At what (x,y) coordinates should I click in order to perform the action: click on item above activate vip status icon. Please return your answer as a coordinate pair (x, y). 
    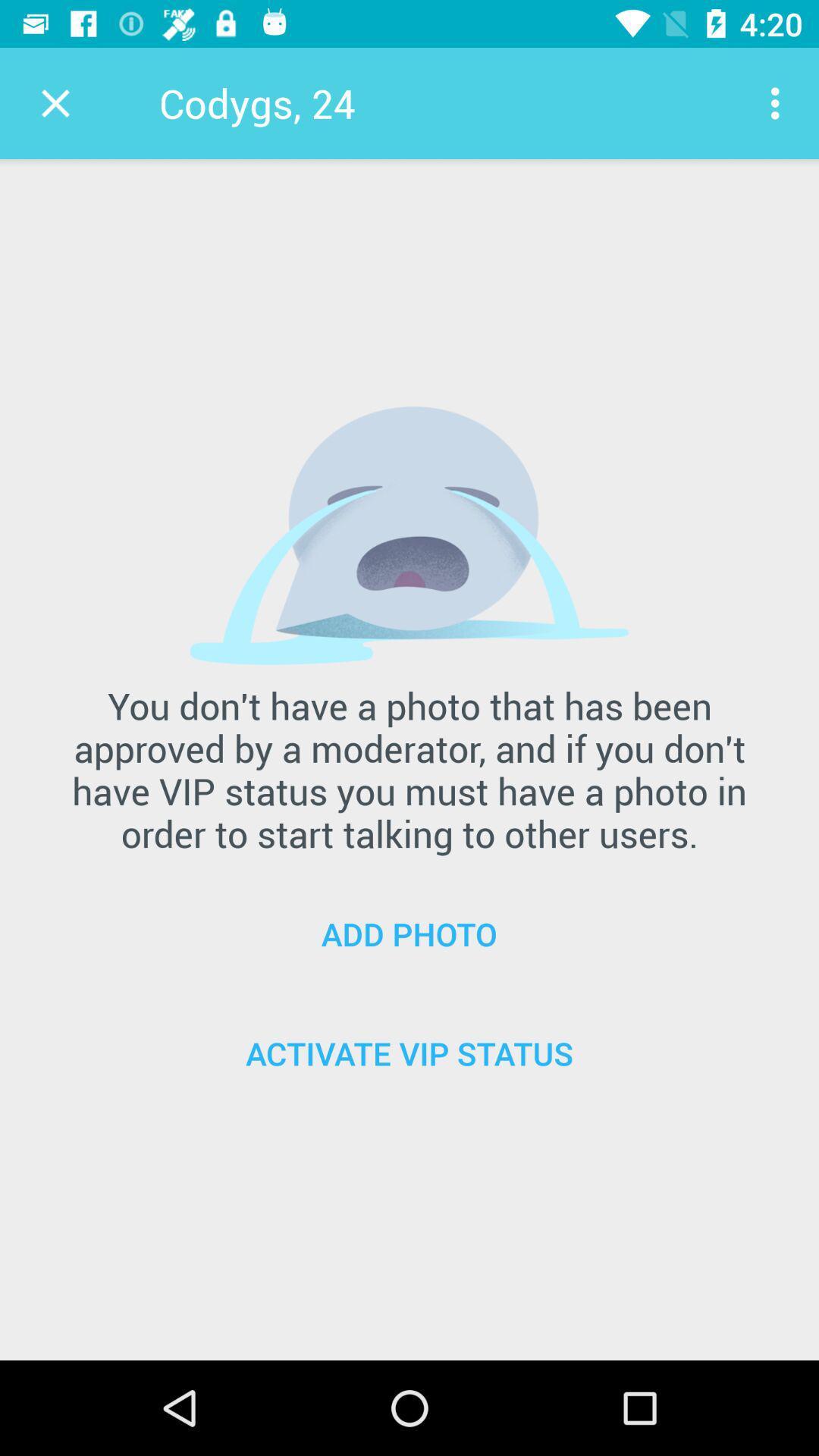
    Looking at the image, I should click on (409, 933).